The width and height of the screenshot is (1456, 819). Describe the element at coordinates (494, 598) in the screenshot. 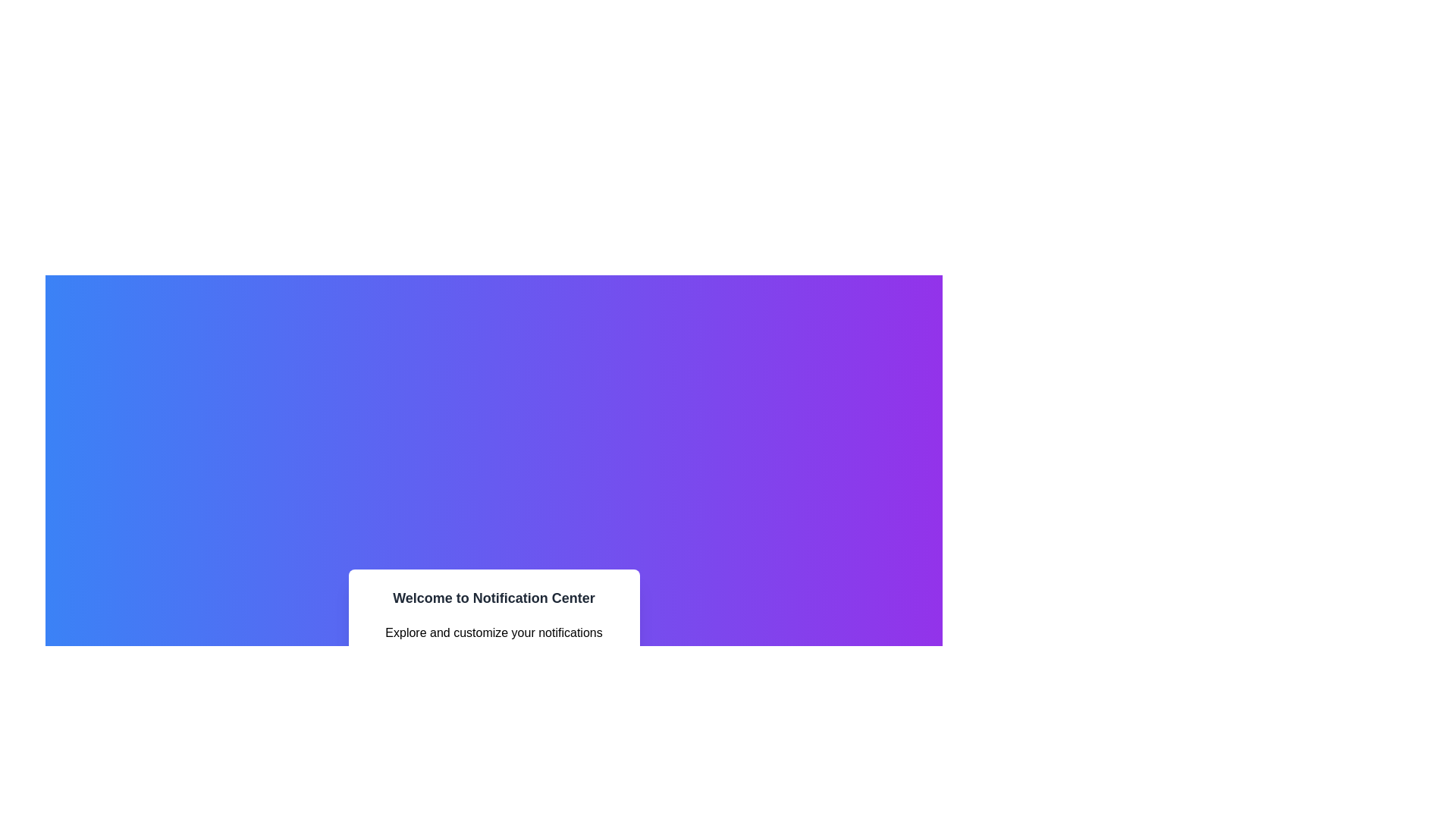

I see `the Text header that serves as a headline for the notification center interface, located above the text 'Explore and customize your notifications efficiently.'` at that location.